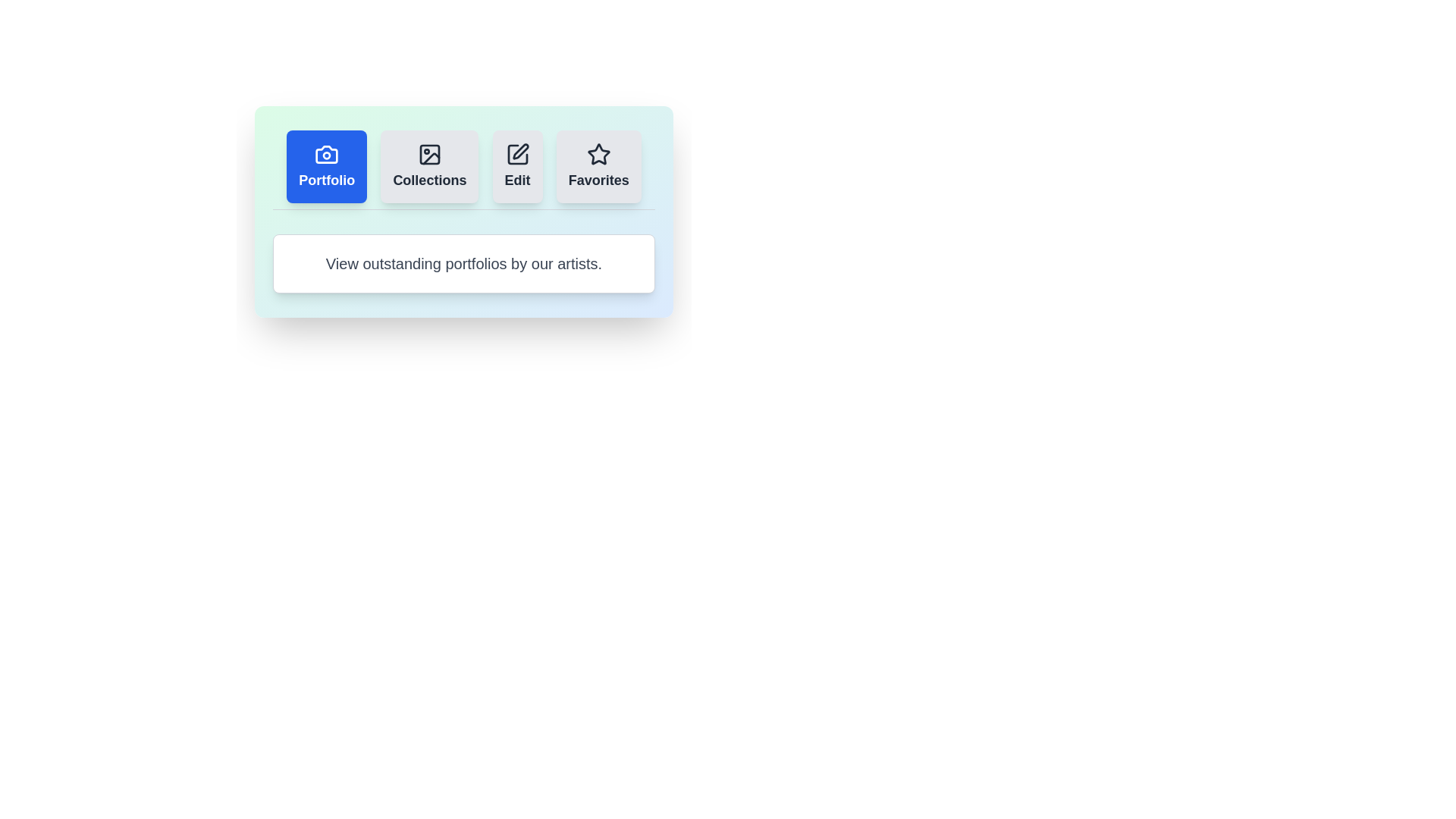 The height and width of the screenshot is (819, 1456). I want to click on the tab labeled Edit to observe its hover effect, so click(517, 166).